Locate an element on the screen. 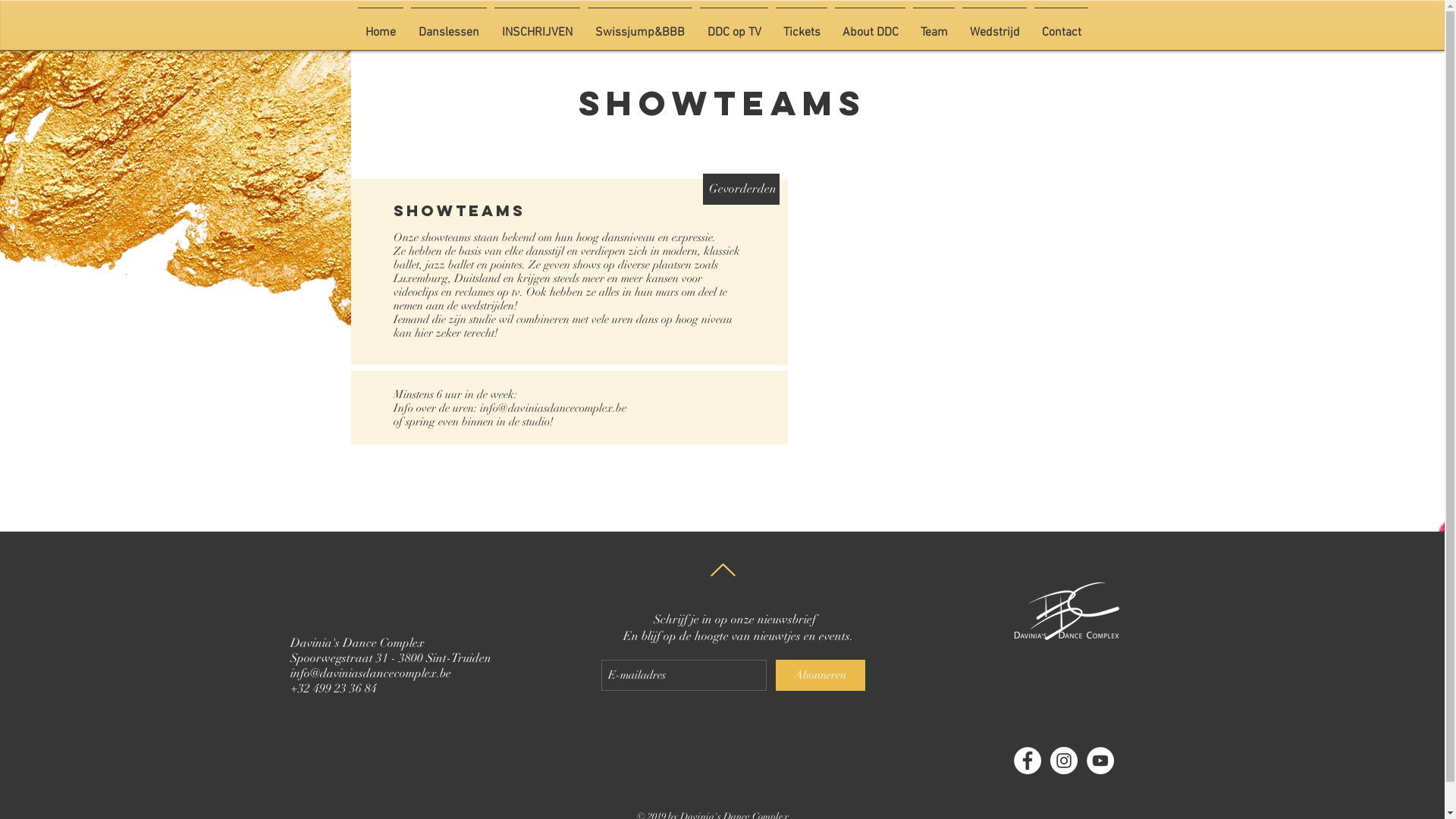  'Contact' is located at coordinates (1060, 26).